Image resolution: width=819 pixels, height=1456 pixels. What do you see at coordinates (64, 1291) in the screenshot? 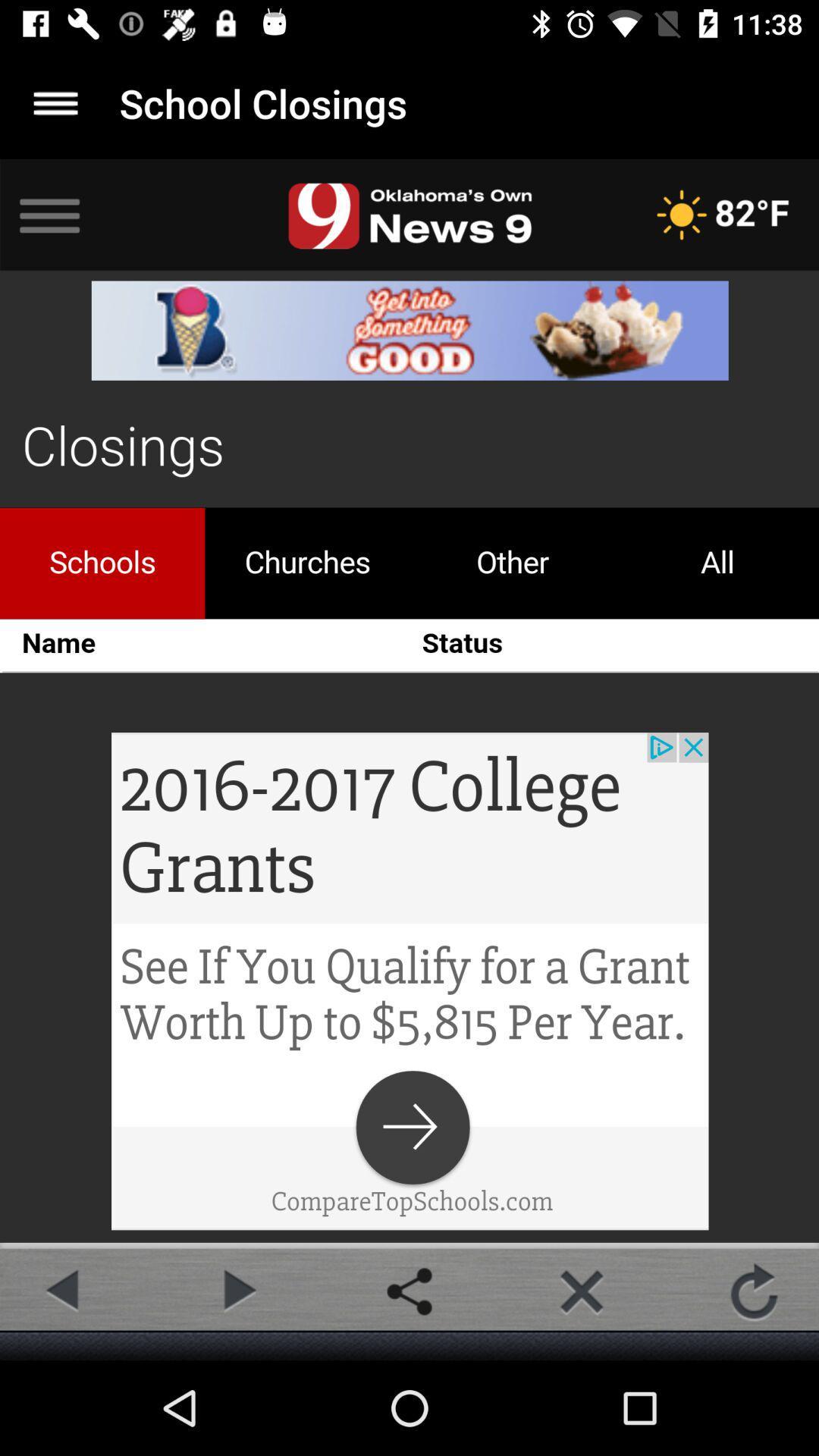
I see `go back` at bounding box center [64, 1291].